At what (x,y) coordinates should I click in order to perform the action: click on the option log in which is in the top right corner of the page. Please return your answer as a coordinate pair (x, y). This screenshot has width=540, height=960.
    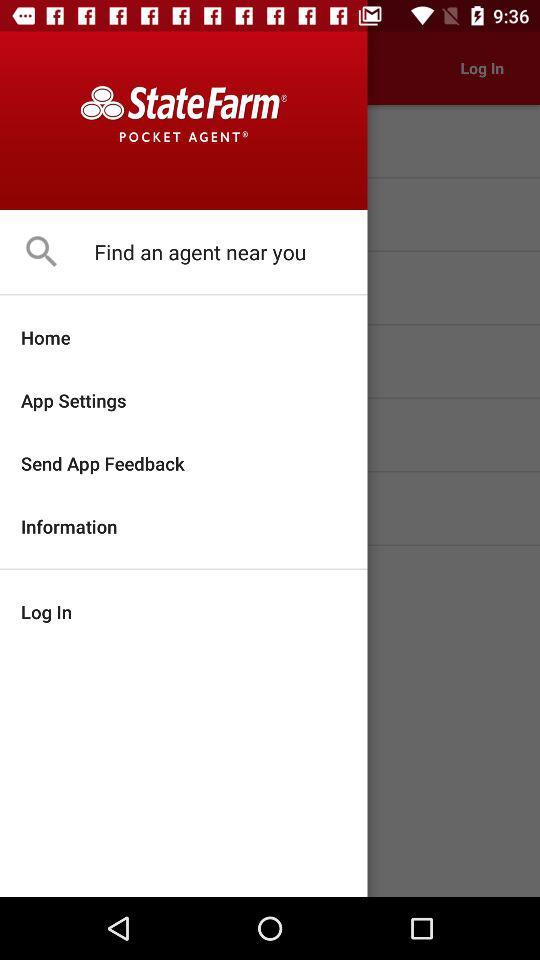
    Looking at the image, I should click on (481, 68).